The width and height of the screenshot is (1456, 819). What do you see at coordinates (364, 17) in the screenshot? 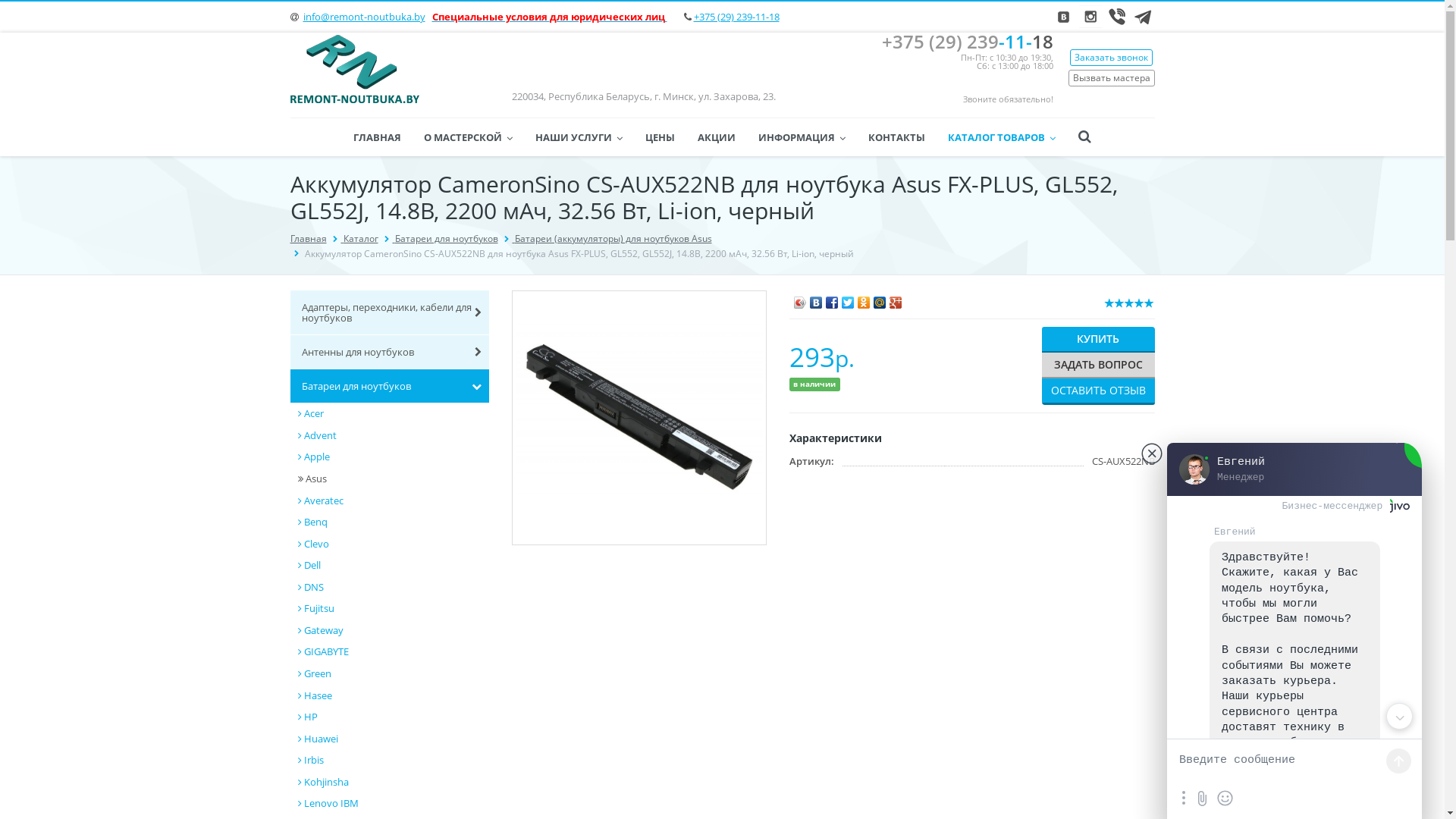
I see `'info@remont-noutbuka.by'` at bounding box center [364, 17].